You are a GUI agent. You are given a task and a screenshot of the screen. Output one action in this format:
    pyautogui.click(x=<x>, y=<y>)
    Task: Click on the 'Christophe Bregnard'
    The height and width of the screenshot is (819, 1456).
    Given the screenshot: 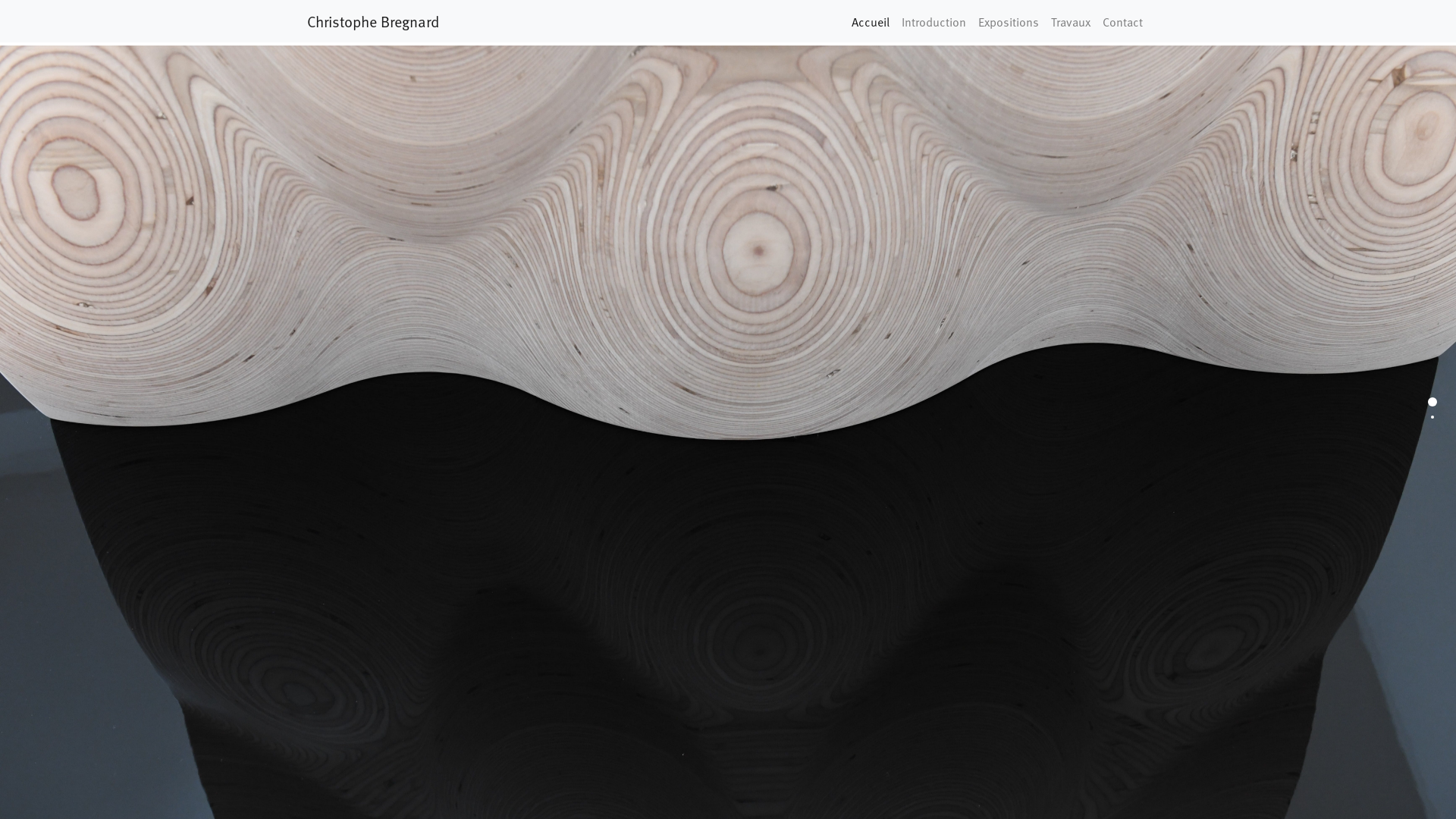 What is the action you would take?
    pyautogui.click(x=306, y=20)
    